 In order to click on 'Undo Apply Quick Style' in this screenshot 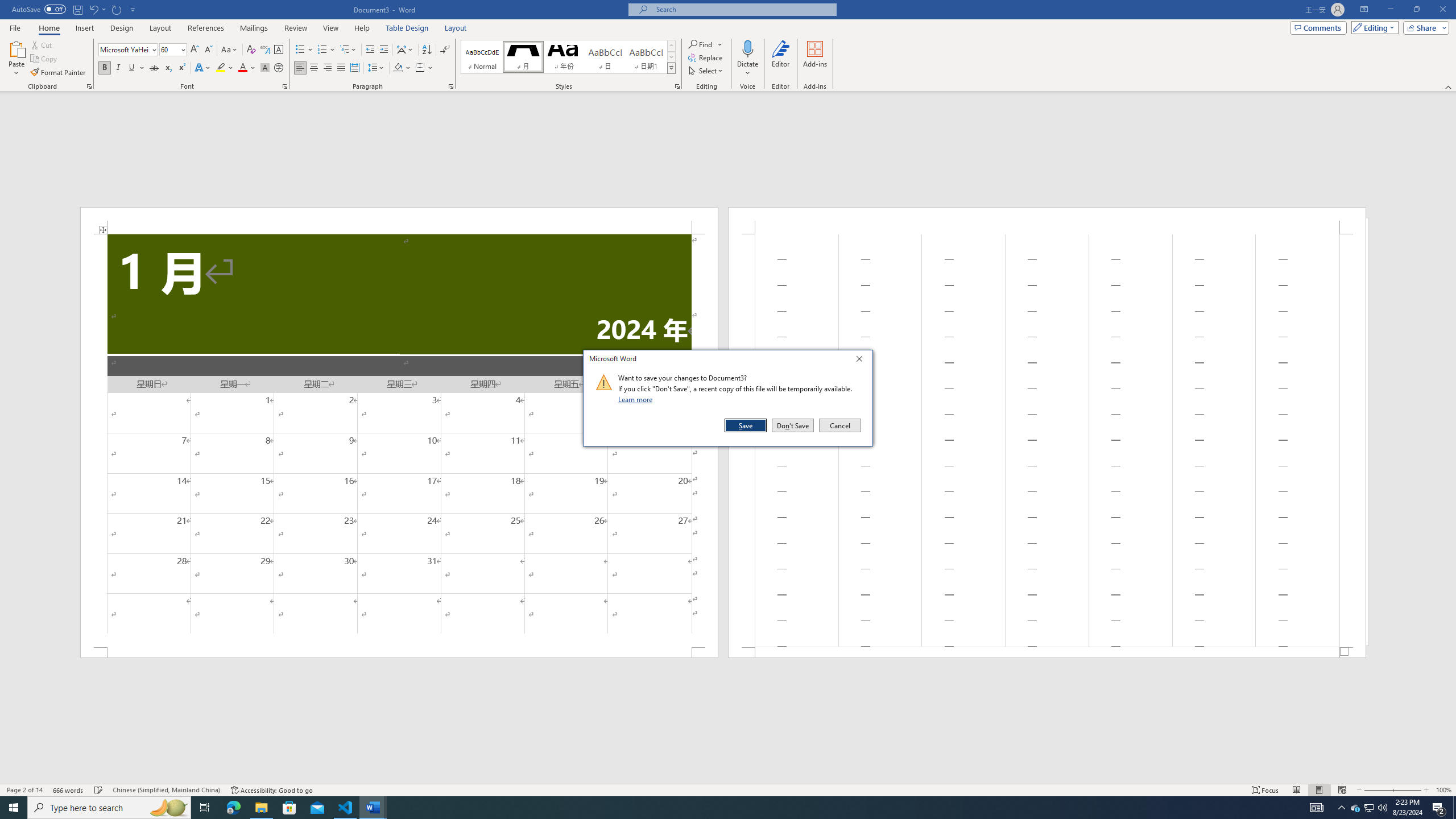, I will do `click(97, 9)`.